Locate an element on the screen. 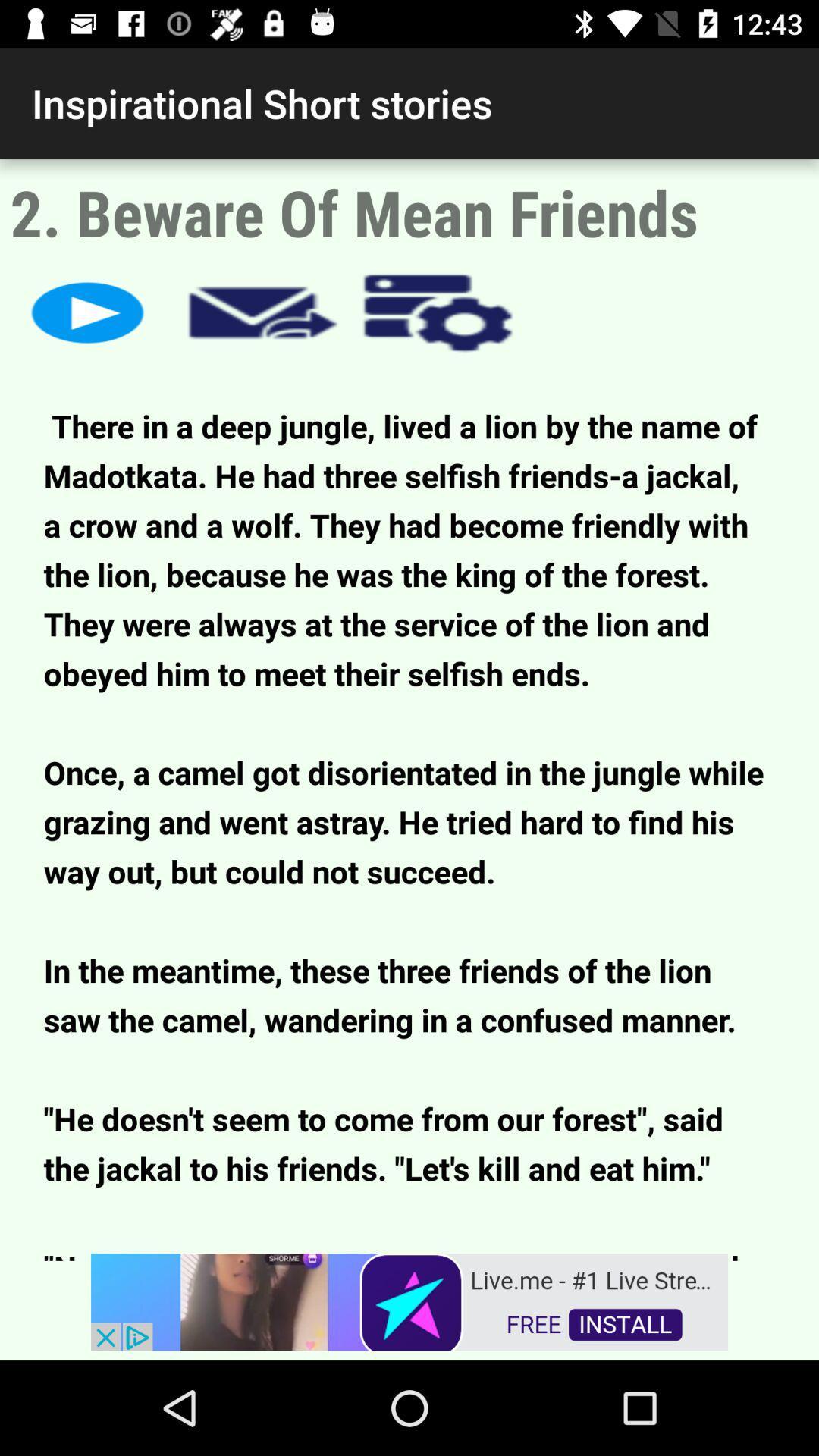  play is located at coordinates (87, 312).